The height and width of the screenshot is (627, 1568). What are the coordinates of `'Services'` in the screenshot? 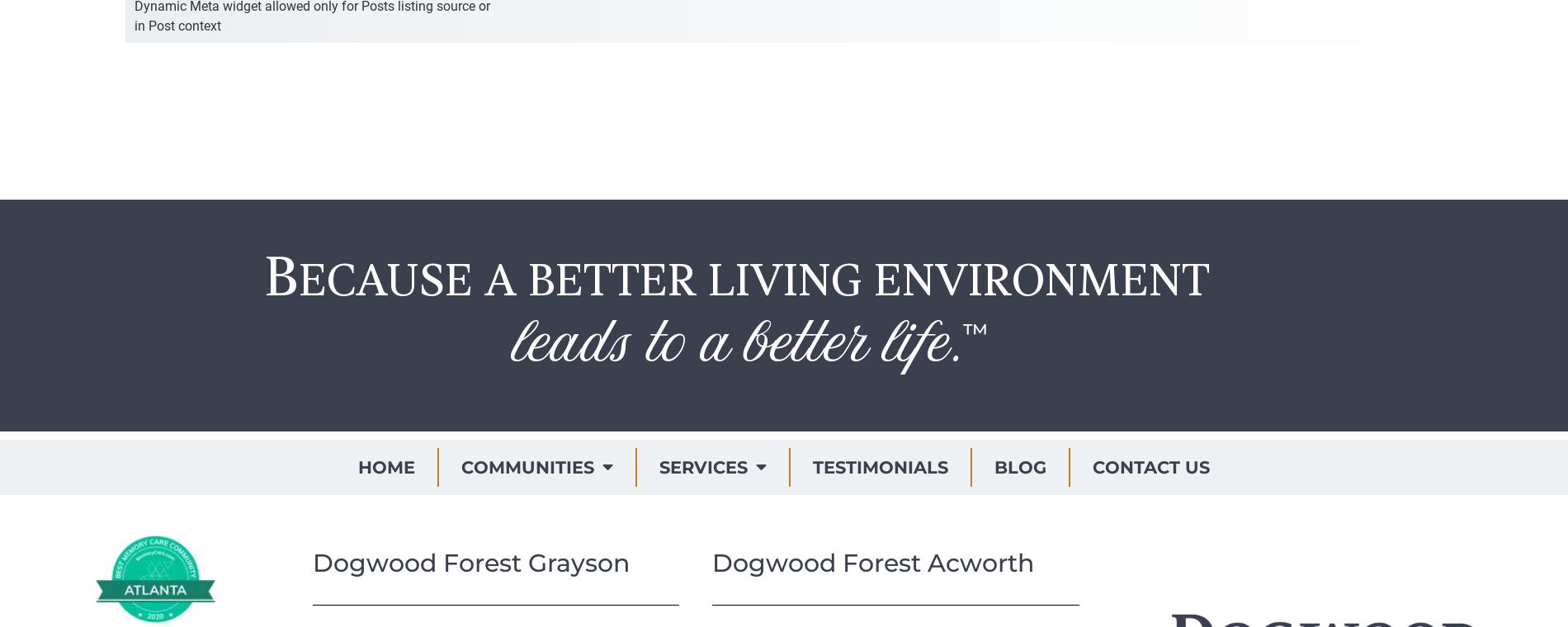 It's located at (702, 466).